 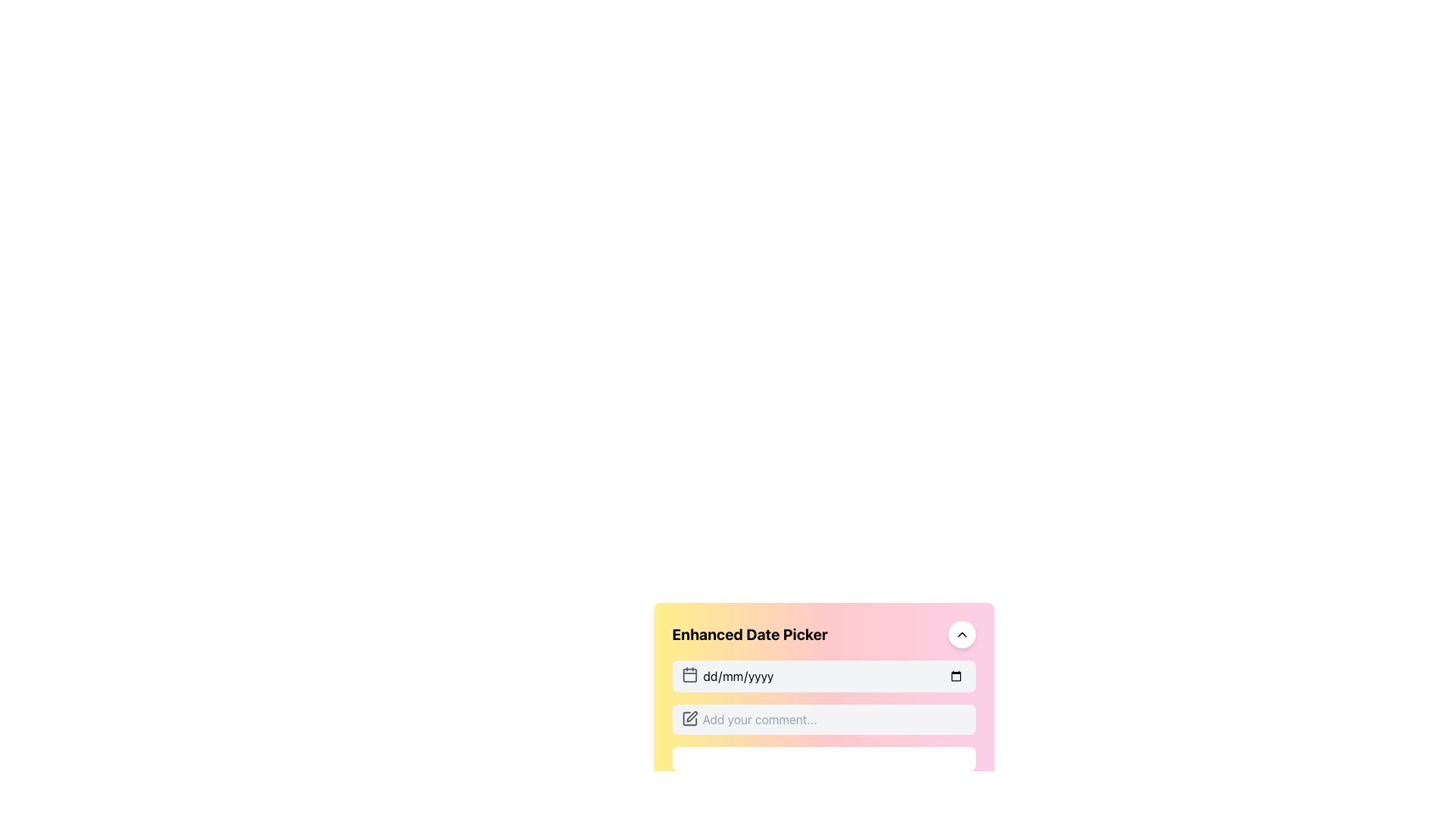 What do you see at coordinates (689, 674) in the screenshot?
I see `the first calendar icon on the left side of the input box` at bounding box center [689, 674].